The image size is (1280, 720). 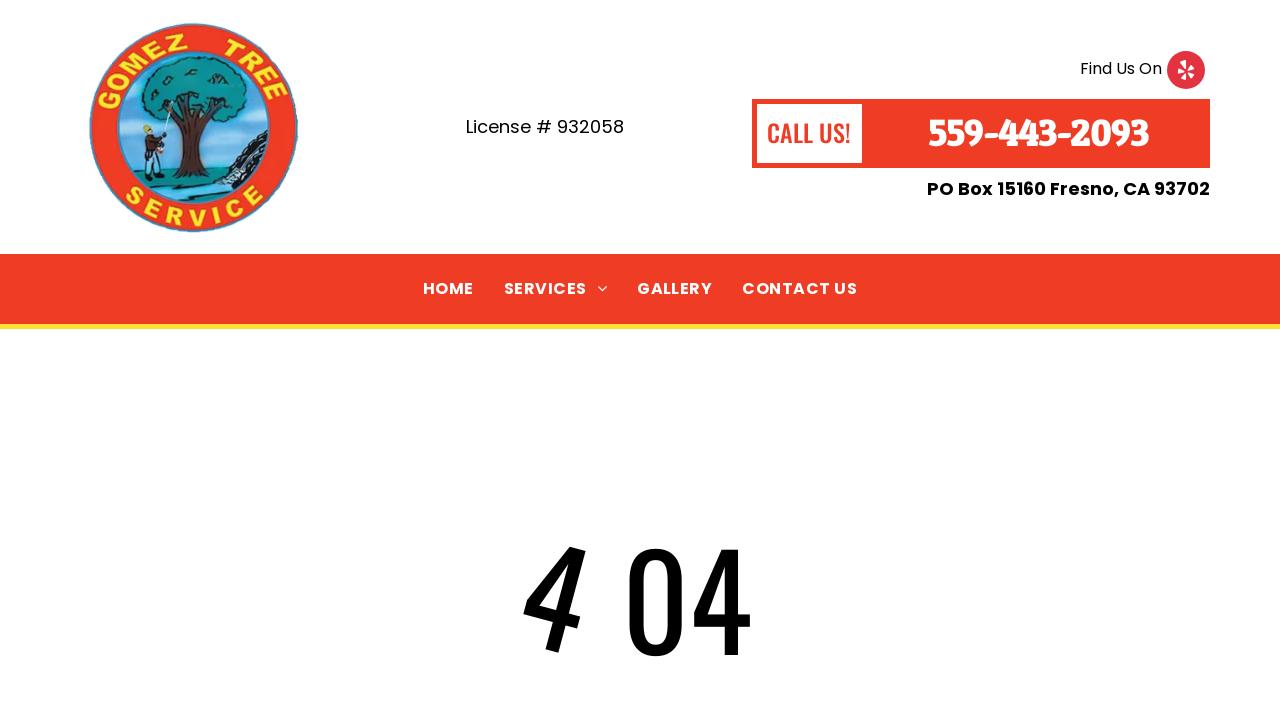 What do you see at coordinates (578, 376) in the screenshot?
I see `'TREE REMOVAL'` at bounding box center [578, 376].